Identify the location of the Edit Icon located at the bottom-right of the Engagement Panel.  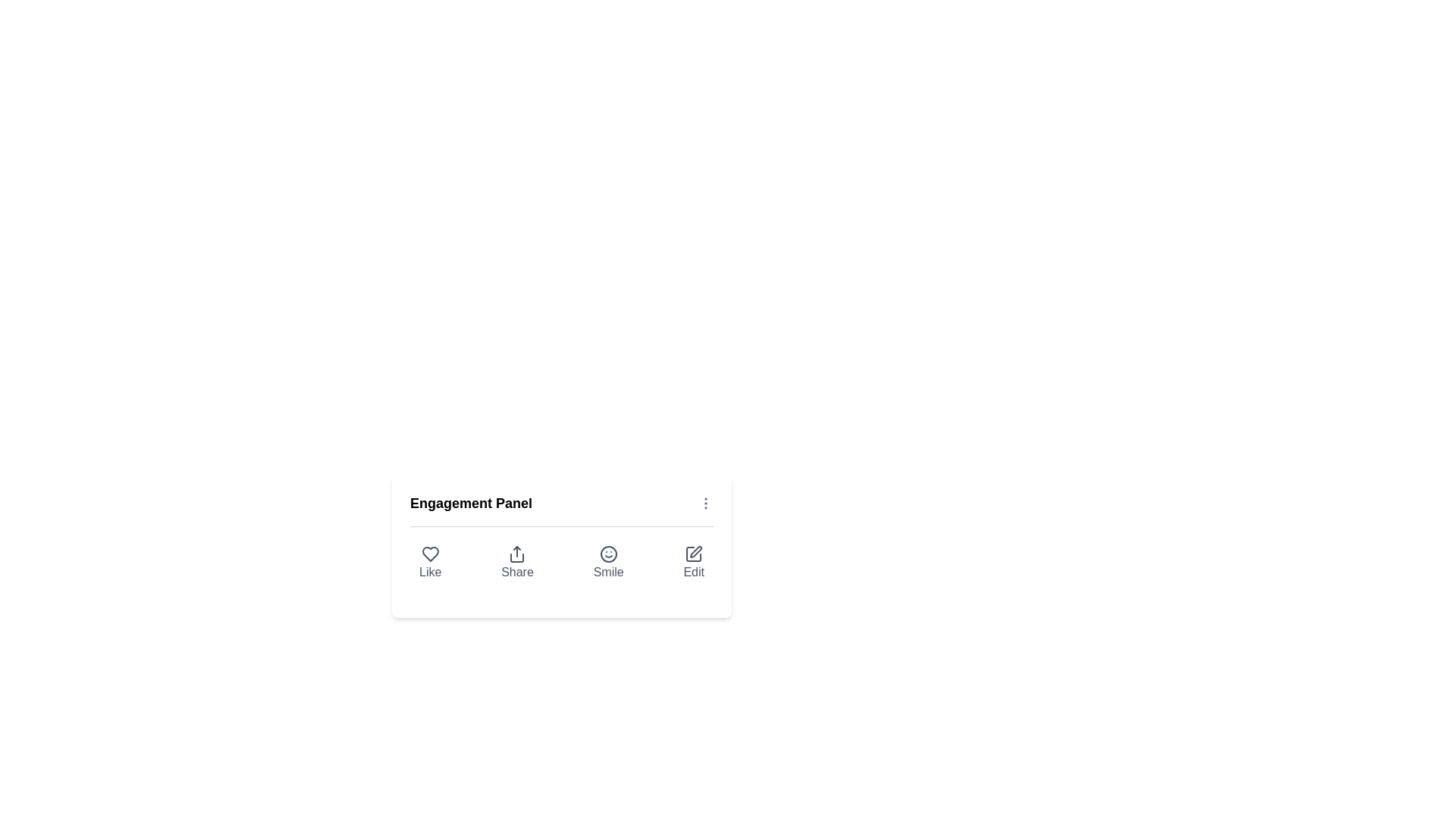
(695, 552).